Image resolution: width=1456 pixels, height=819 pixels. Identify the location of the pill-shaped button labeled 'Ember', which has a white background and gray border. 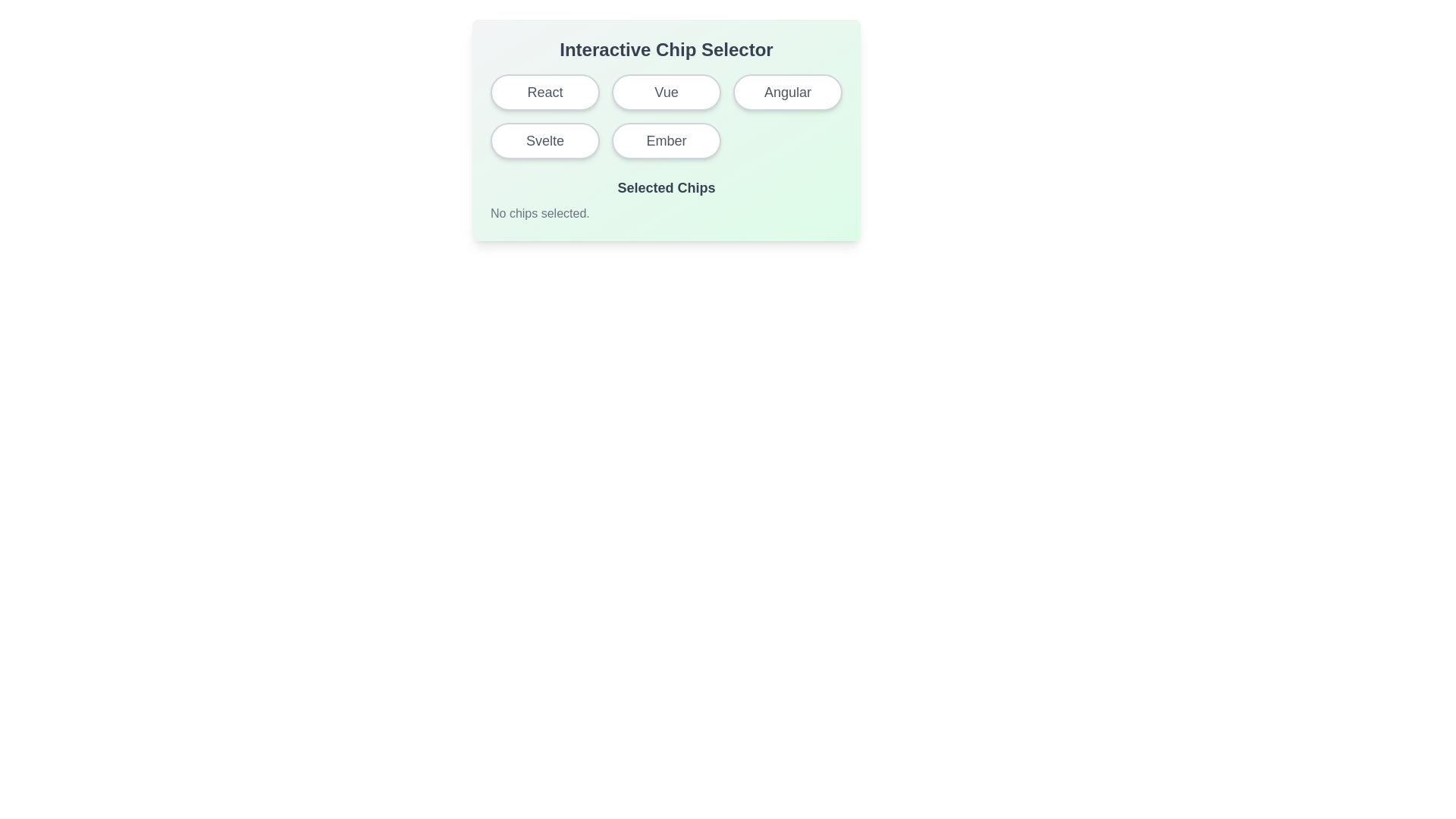
(666, 140).